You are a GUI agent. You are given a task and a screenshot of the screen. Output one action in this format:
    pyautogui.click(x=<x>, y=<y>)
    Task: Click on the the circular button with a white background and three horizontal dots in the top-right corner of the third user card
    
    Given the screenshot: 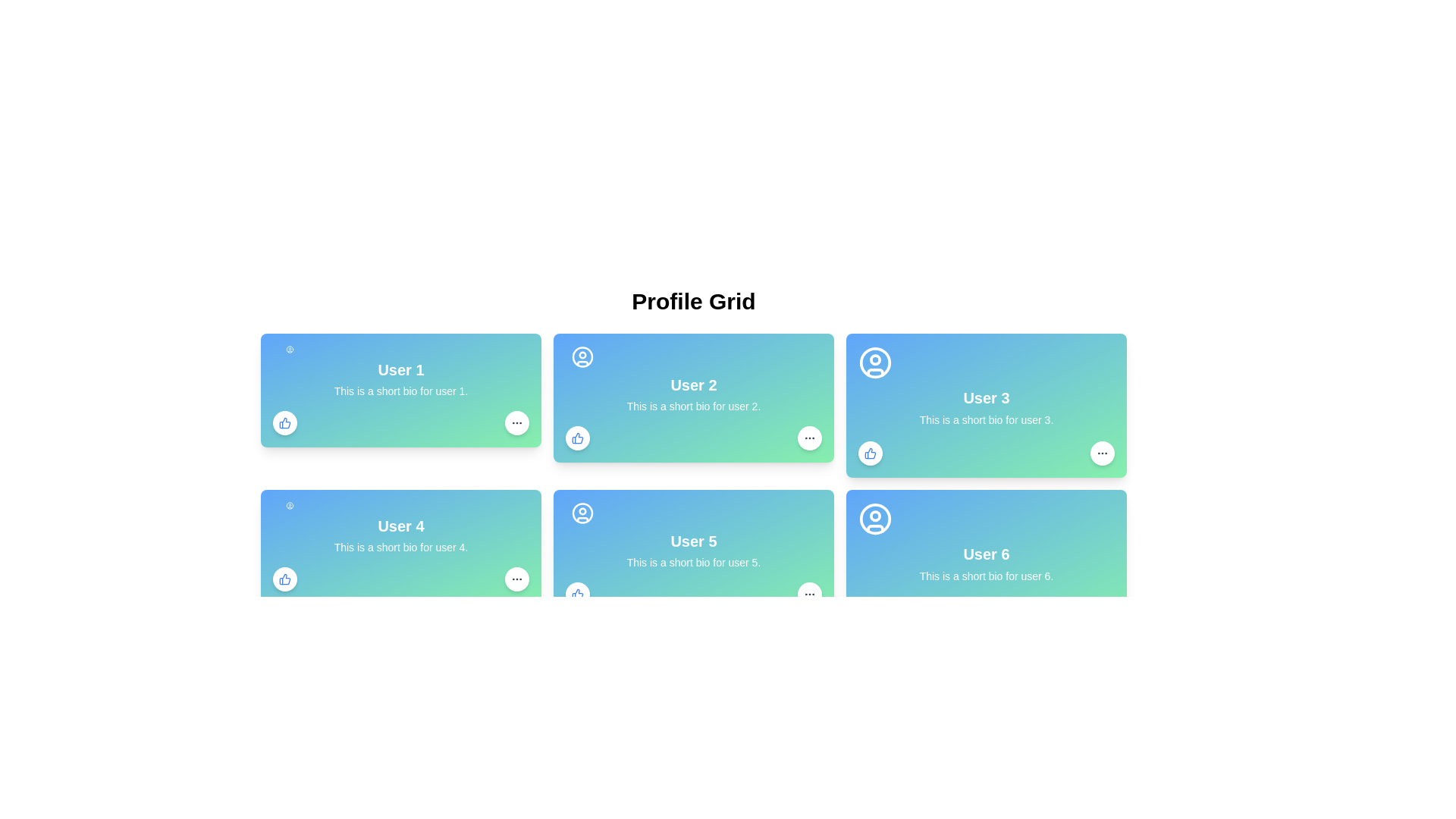 What is the action you would take?
    pyautogui.click(x=1103, y=452)
    